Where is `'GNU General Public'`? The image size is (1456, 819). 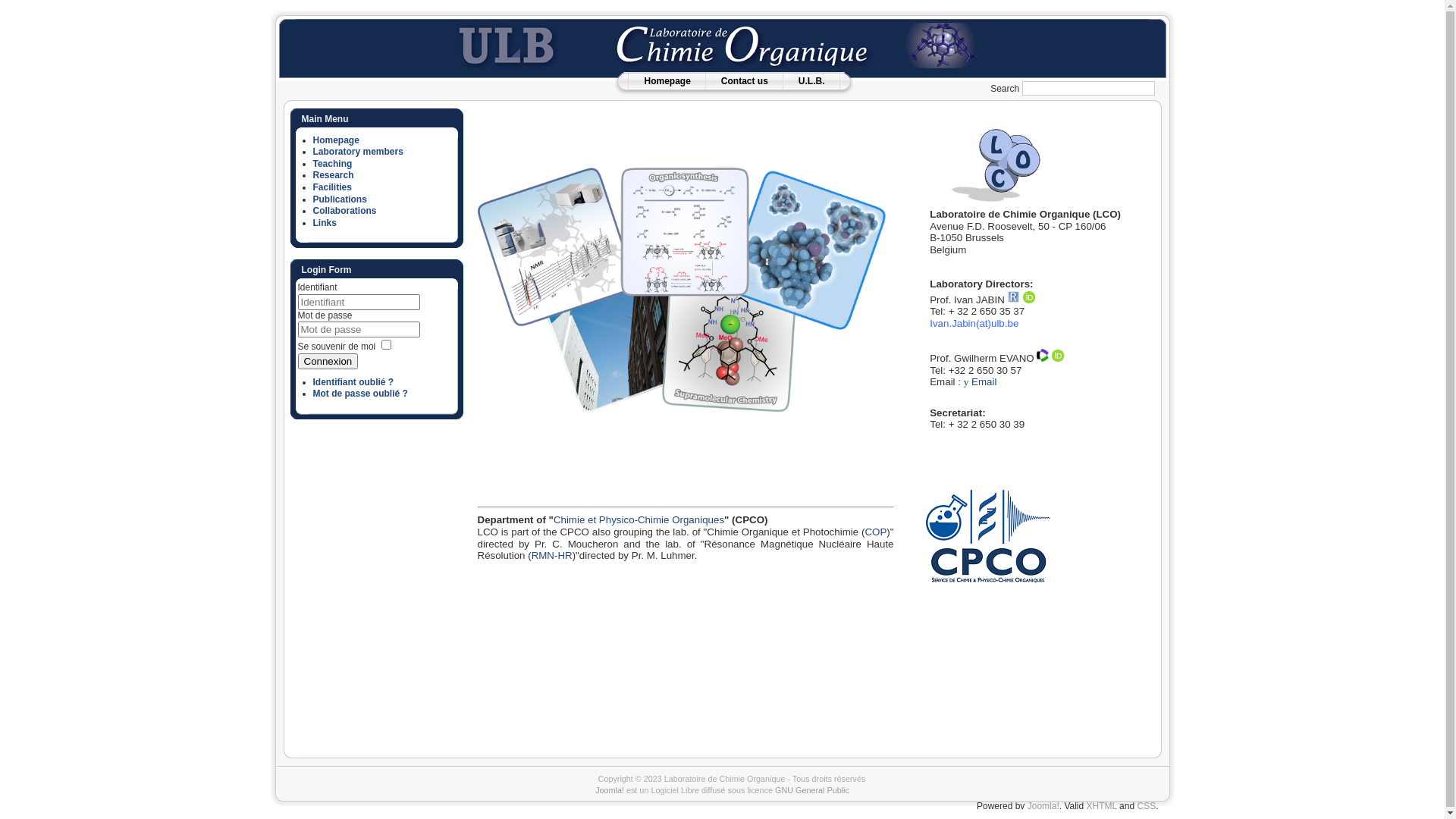 'GNU General Public' is located at coordinates (811, 789).